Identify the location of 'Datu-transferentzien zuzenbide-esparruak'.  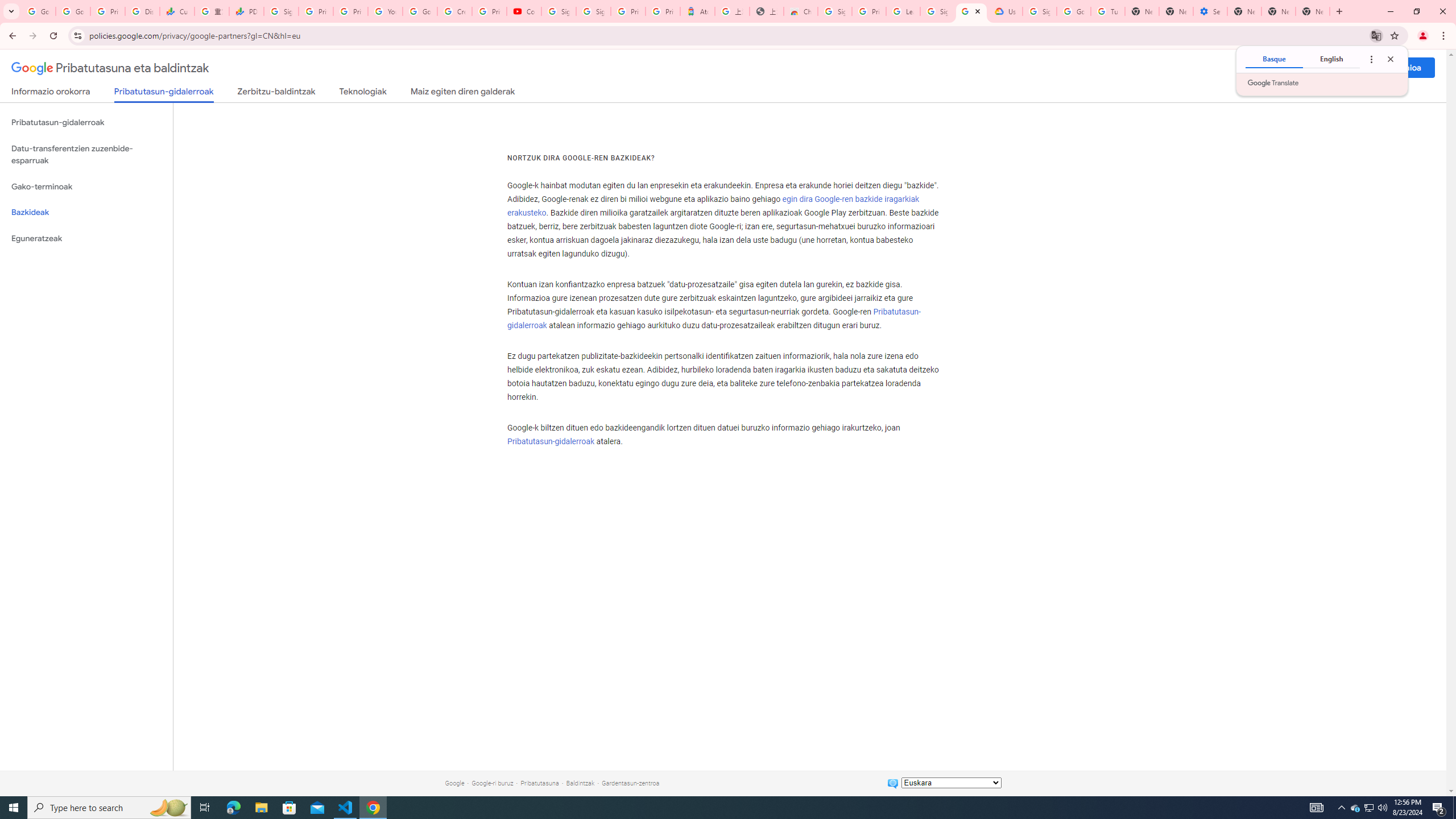
(86, 154).